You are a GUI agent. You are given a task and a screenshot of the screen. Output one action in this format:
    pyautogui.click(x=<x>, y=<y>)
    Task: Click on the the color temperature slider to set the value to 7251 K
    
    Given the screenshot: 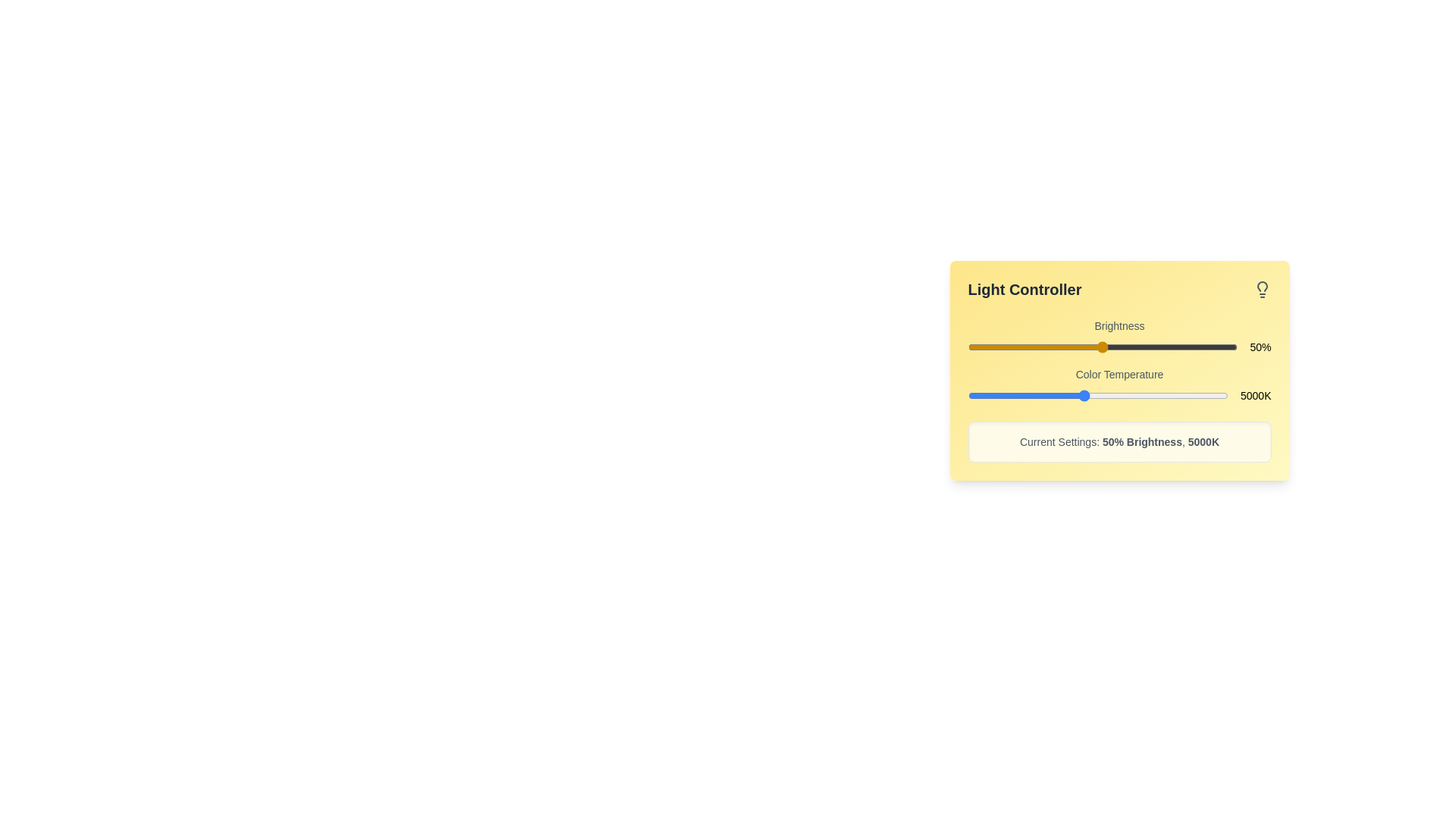 What is the action you would take?
    pyautogui.click(x=1149, y=394)
    